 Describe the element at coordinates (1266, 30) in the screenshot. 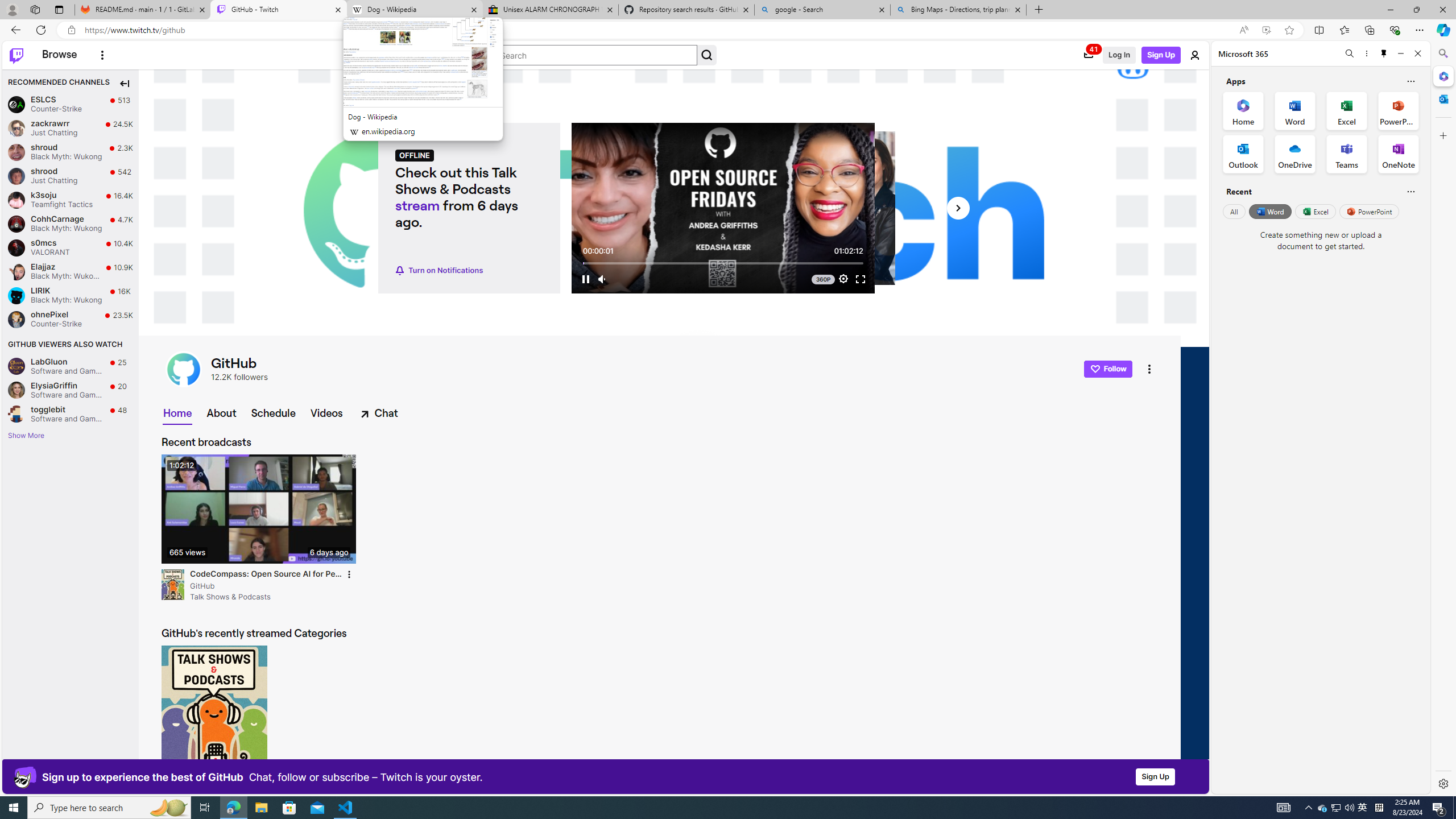

I see `'Enhance video'` at that location.